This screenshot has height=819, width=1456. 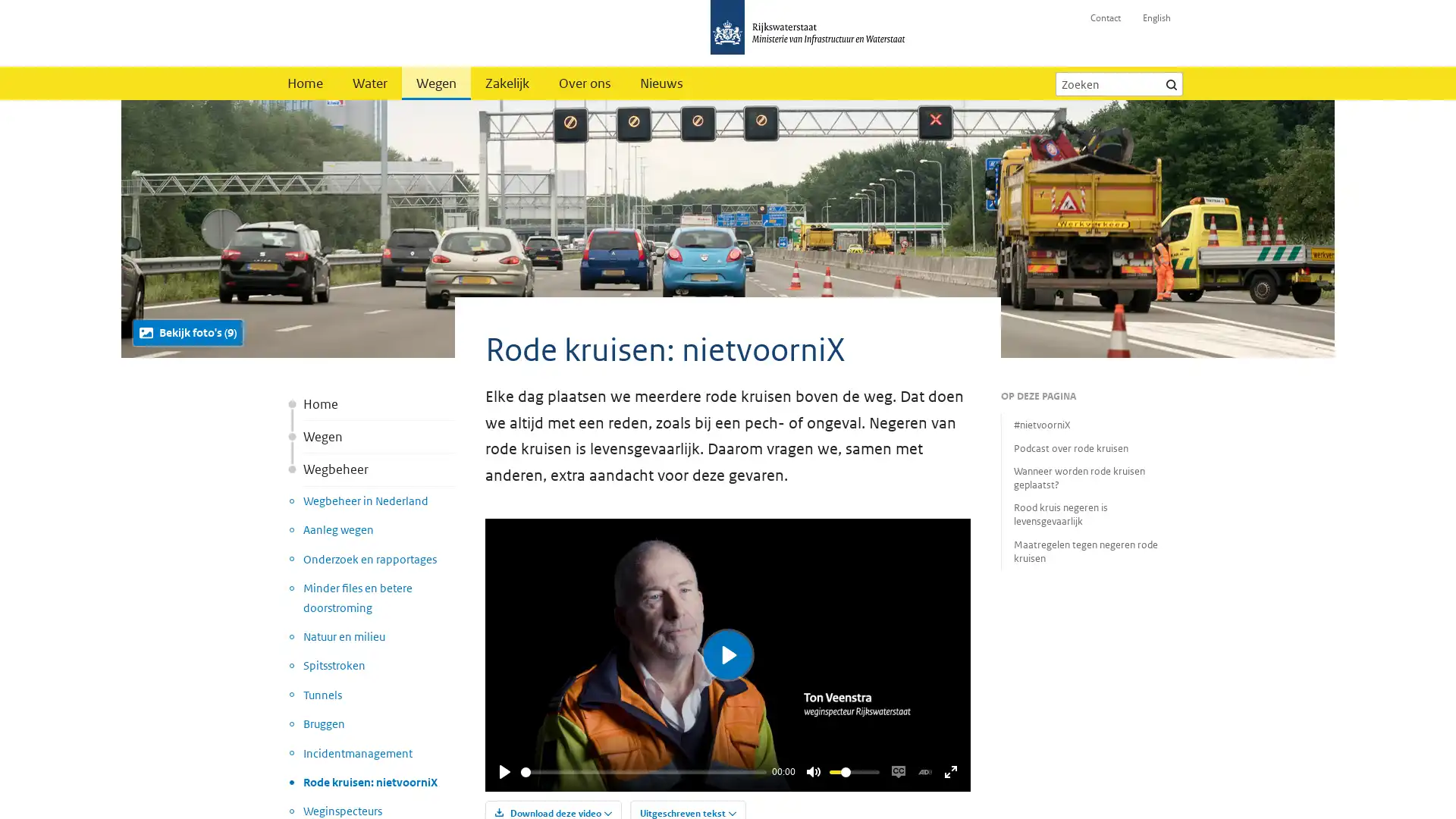 What do you see at coordinates (505, 772) in the screenshot?
I see `Afspelen` at bounding box center [505, 772].